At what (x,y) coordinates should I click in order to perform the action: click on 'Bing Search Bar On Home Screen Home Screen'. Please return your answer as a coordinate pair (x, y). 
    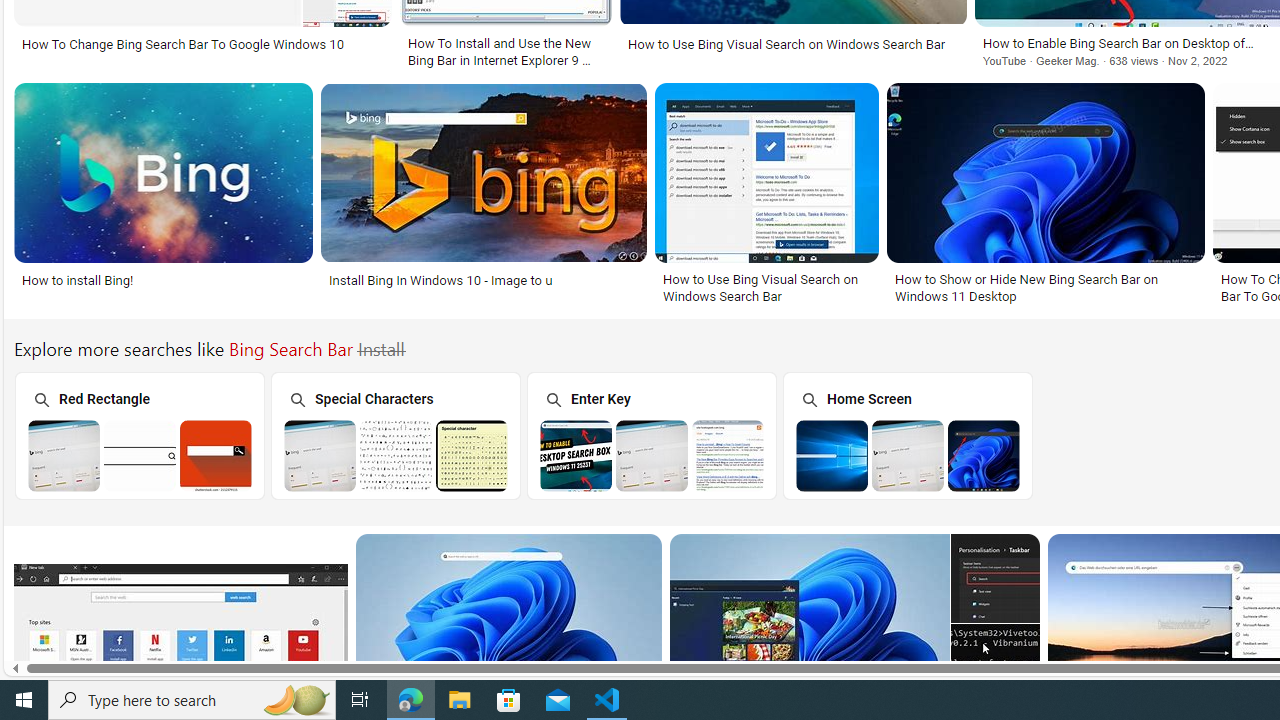
    Looking at the image, I should click on (906, 434).